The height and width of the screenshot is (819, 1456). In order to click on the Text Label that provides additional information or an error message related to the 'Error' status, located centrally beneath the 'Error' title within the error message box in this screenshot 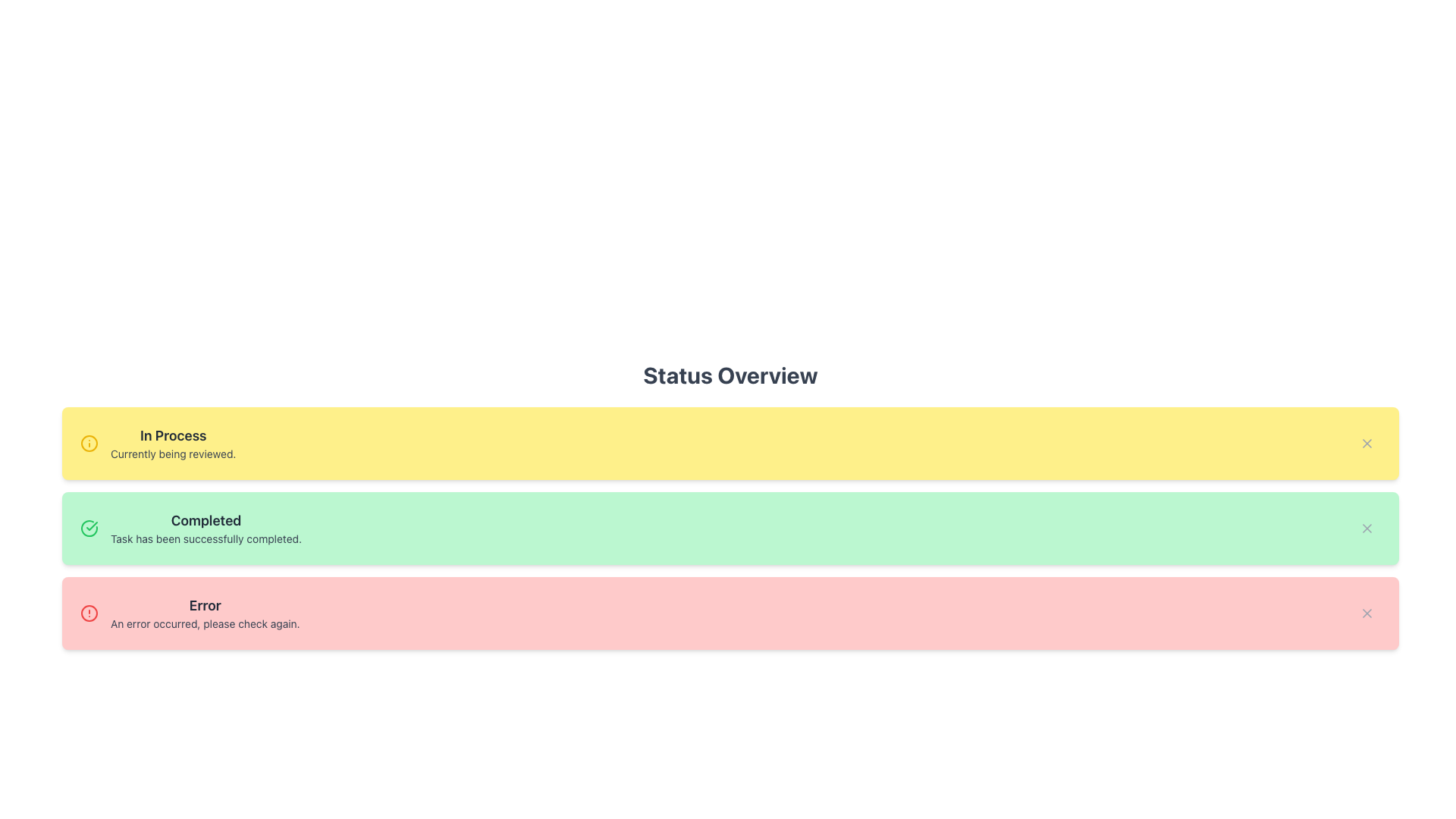, I will do `click(204, 623)`.